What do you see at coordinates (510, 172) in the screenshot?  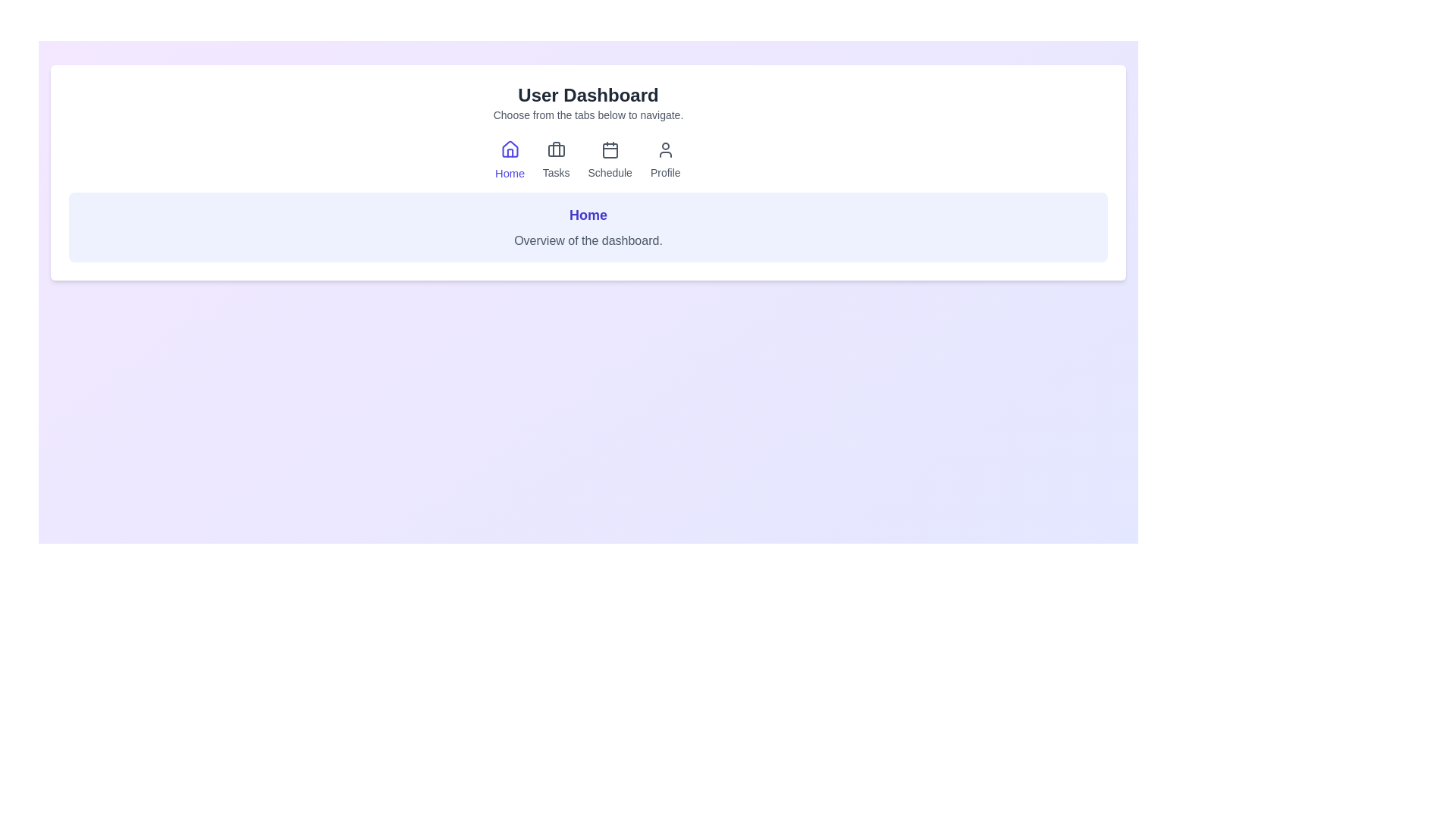 I see `the 'Home' text label located in the navigation bar under the house icon` at bounding box center [510, 172].